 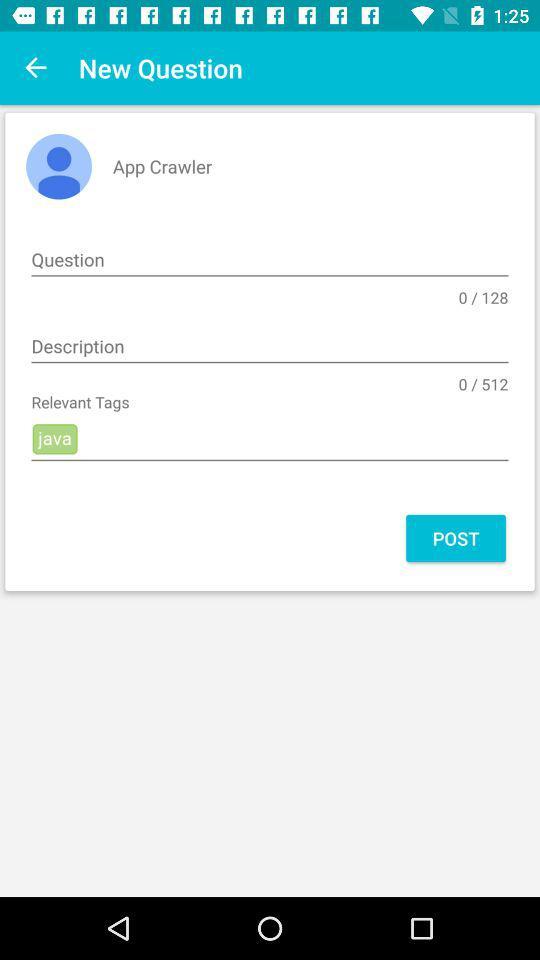 What do you see at coordinates (270, 259) in the screenshot?
I see `question` at bounding box center [270, 259].